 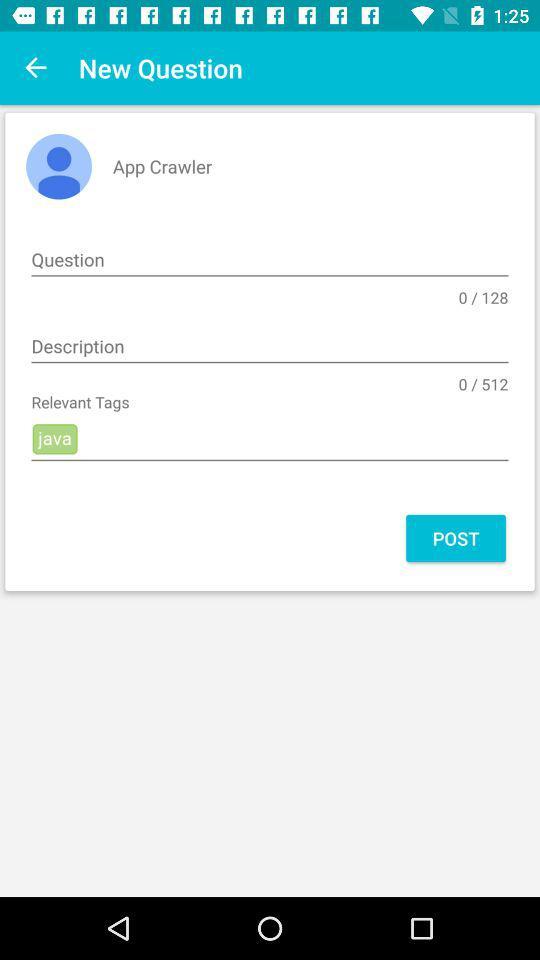 What do you see at coordinates (270, 259) in the screenshot?
I see `question` at bounding box center [270, 259].